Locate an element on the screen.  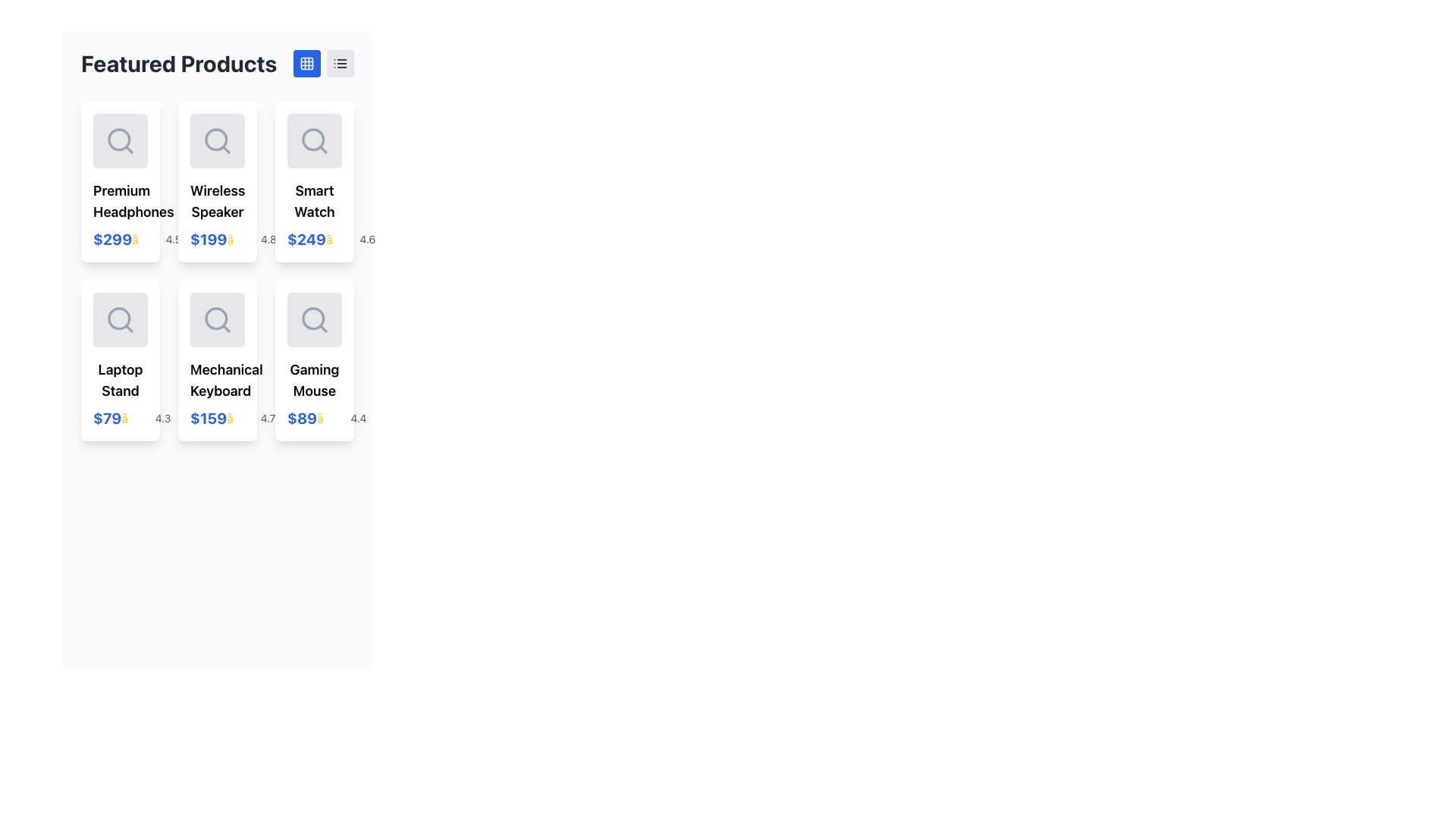
price information displayed in bold blue text ($159) along with the star icon and rating value ('4.7') in the Information display section of the 'Mechanical Keyboard' card is located at coordinates (217, 418).